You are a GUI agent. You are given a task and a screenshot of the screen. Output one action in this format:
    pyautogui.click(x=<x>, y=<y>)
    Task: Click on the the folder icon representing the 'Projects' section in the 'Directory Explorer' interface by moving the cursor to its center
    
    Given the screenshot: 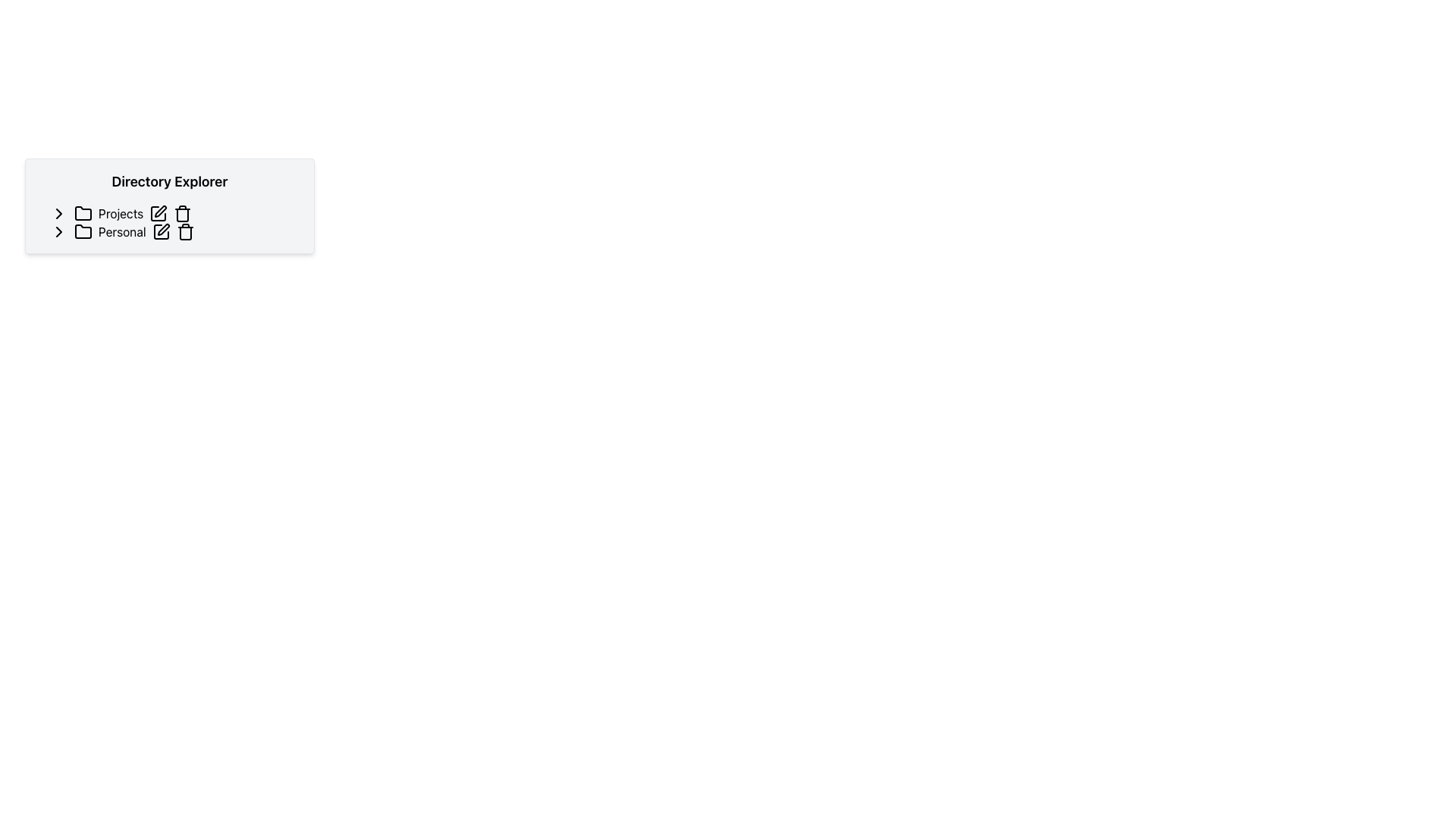 What is the action you would take?
    pyautogui.click(x=83, y=213)
    